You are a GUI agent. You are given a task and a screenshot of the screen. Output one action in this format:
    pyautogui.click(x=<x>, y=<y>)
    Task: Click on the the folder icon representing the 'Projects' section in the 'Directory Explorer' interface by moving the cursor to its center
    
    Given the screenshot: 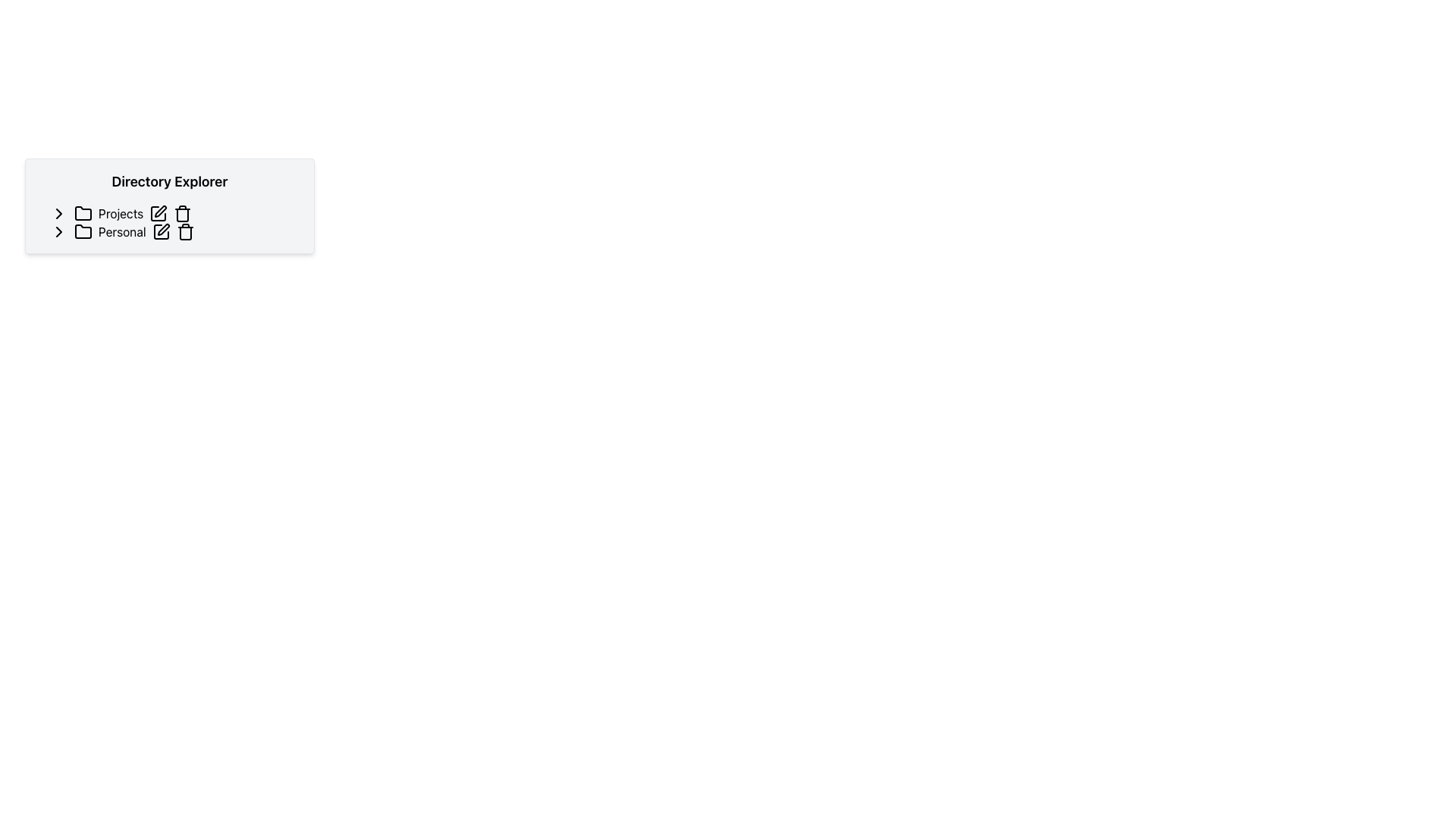 What is the action you would take?
    pyautogui.click(x=83, y=213)
    